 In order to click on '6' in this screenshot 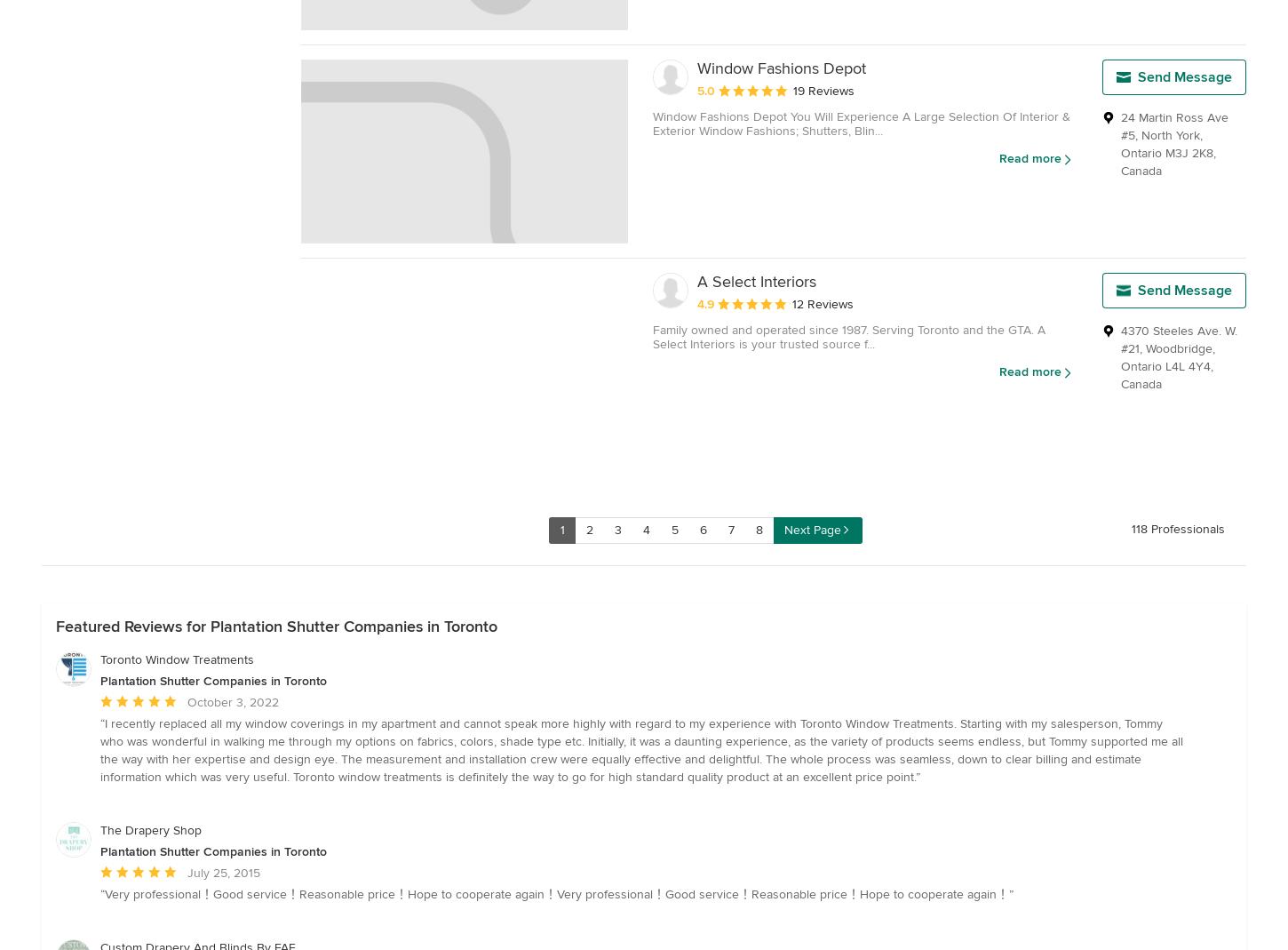, I will do `click(703, 530)`.